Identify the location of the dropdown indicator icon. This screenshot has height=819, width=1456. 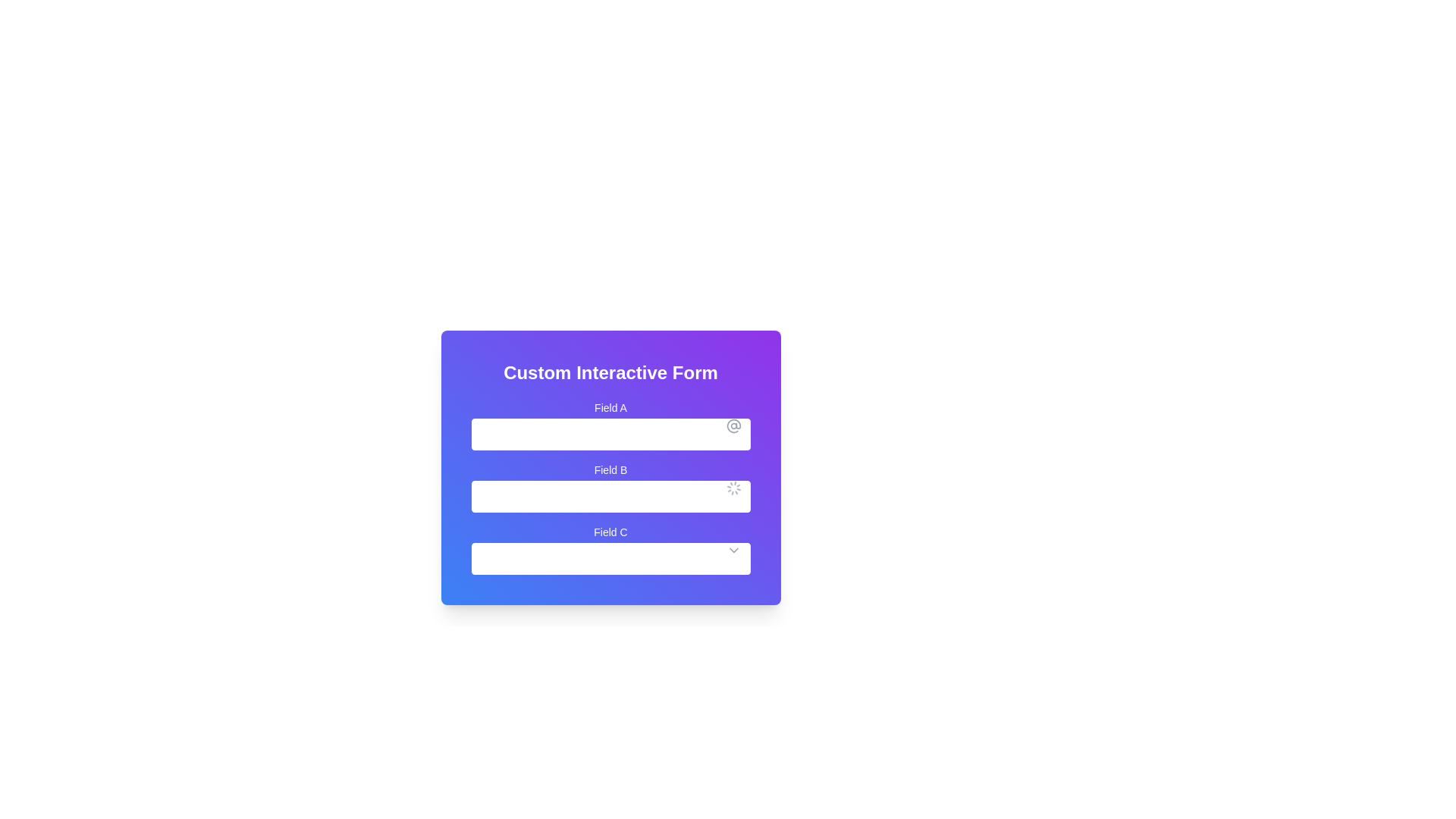
(733, 550).